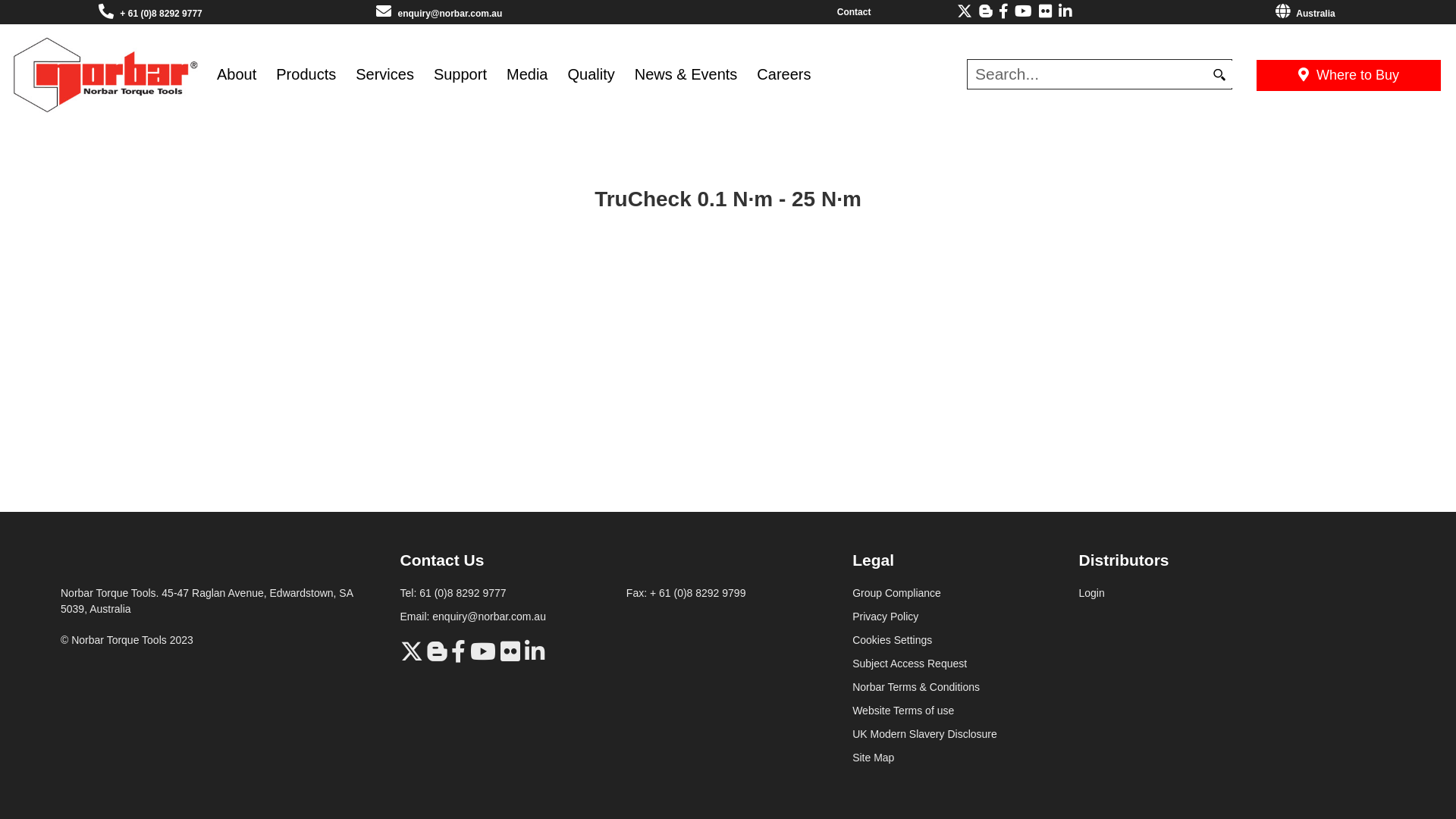  Describe the element at coordinates (924, 733) in the screenshot. I see `'UK Modern Slavery Disclosure'` at that location.